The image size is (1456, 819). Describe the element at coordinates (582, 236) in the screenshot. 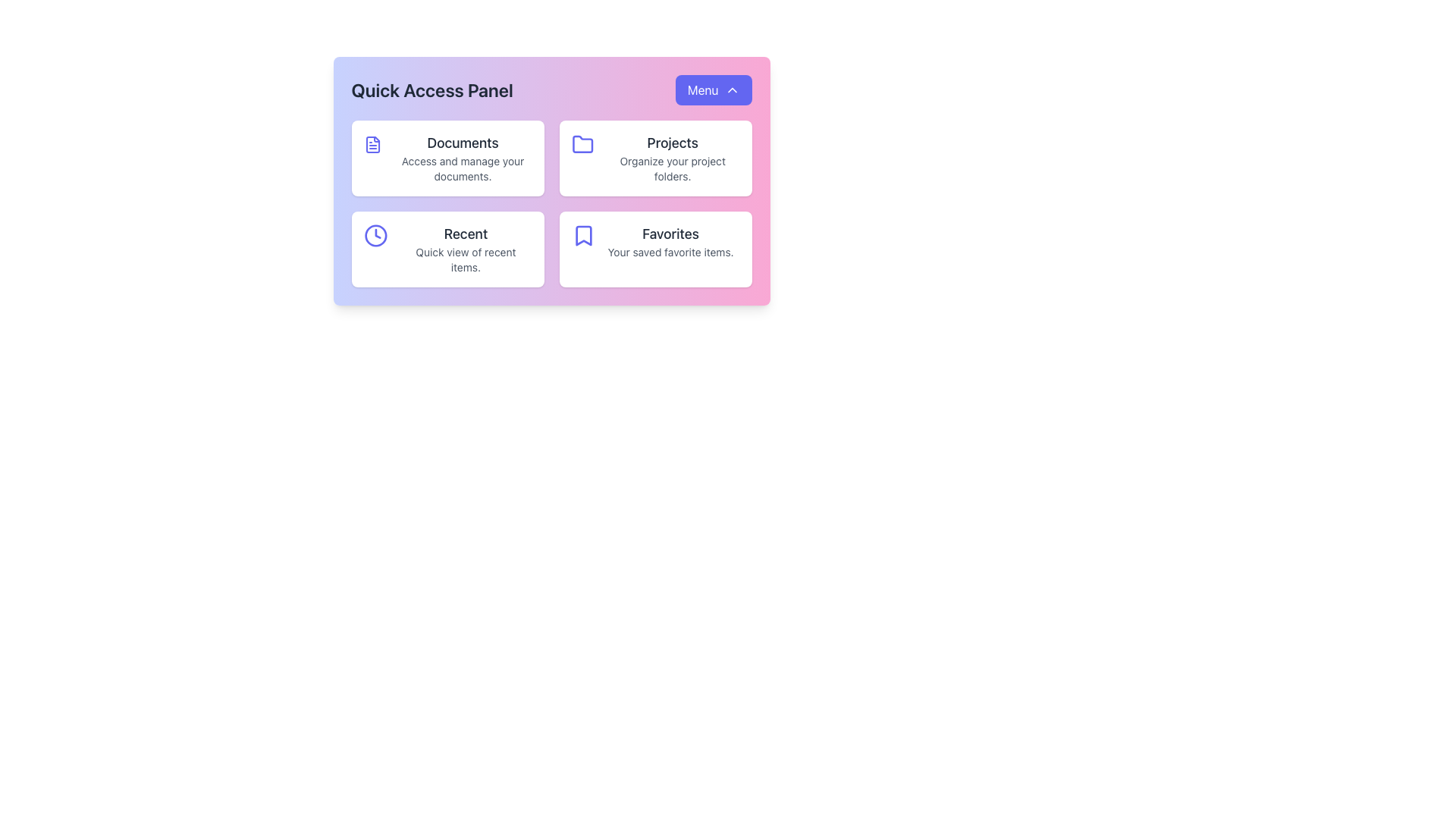

I see `the 'Favorites' icon located in the bottom-right section of the 'Quick Access Panel' that visually represents the list of saved favorite items` at that location.